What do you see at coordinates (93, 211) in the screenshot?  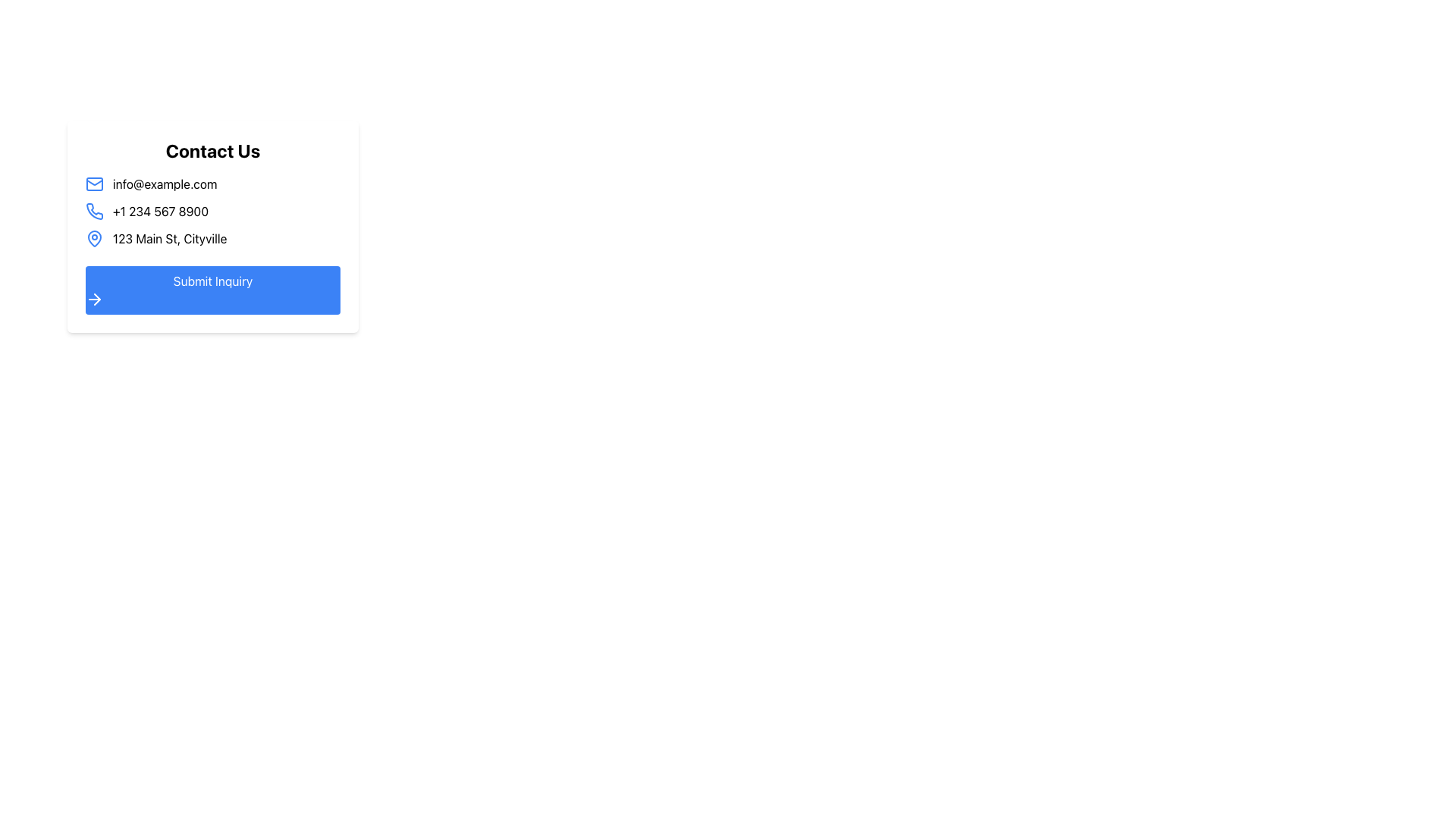 I see `the phone icon element, which is a blue vector illustration located next to the text '+1 234 567 8900' in the contact information section` at bounding box center [93, 211].